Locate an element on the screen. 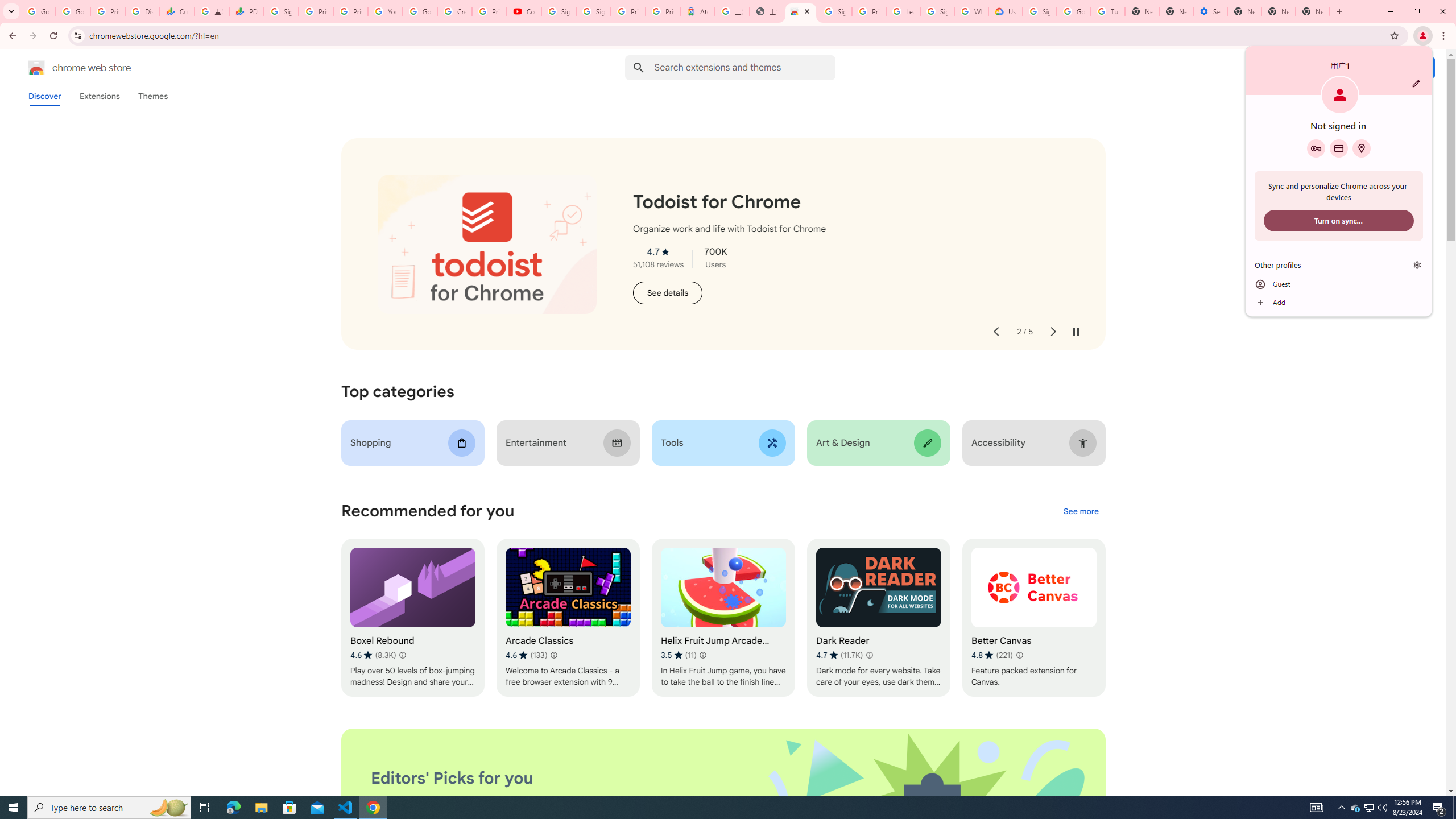 The image size is (1456, 819). 'File Explorer' is located at coordinates (260, 806).